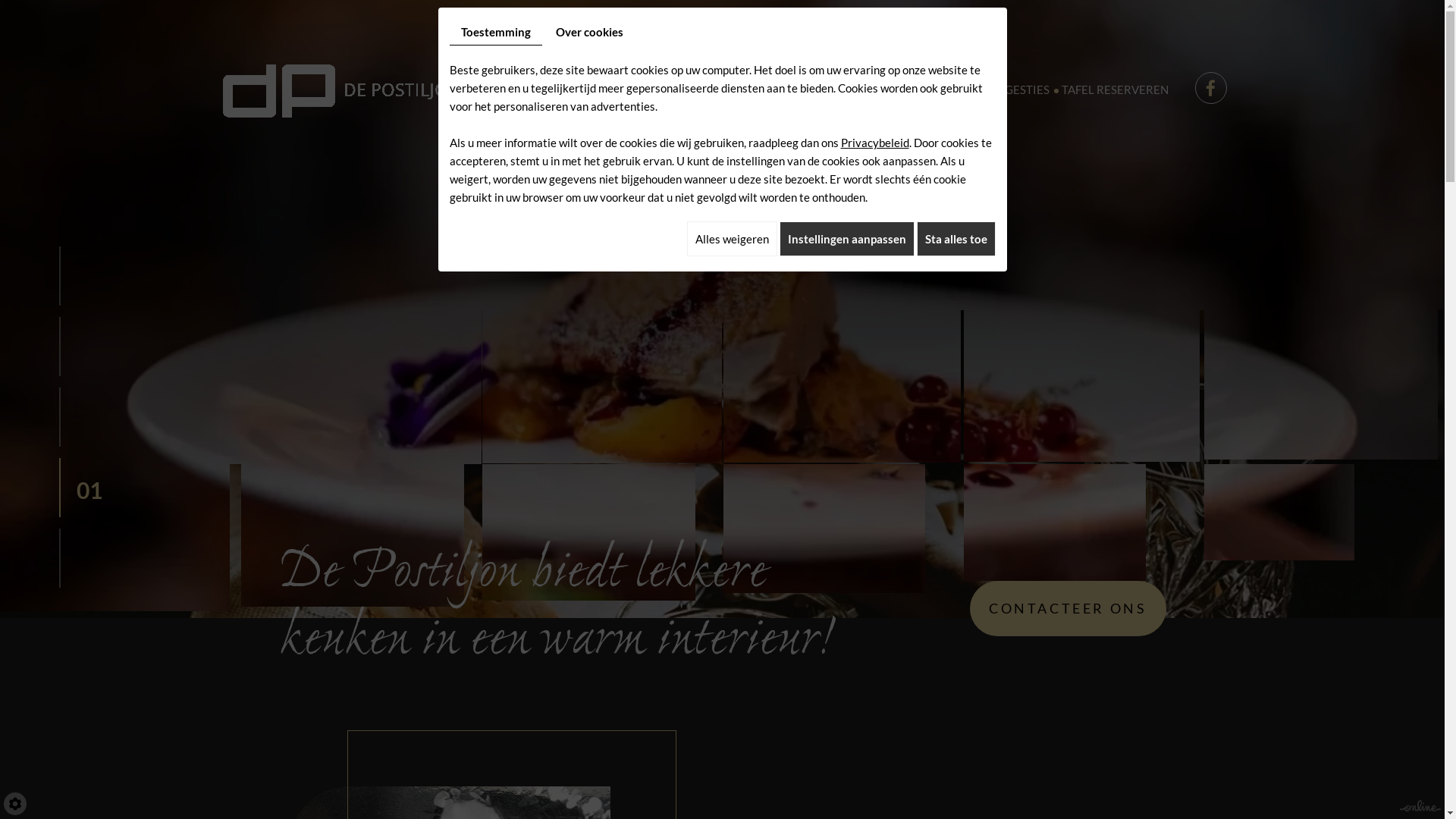 The image size is (1456, 819). I want to click on 'SUGGESTIES', so click(1015, 89).